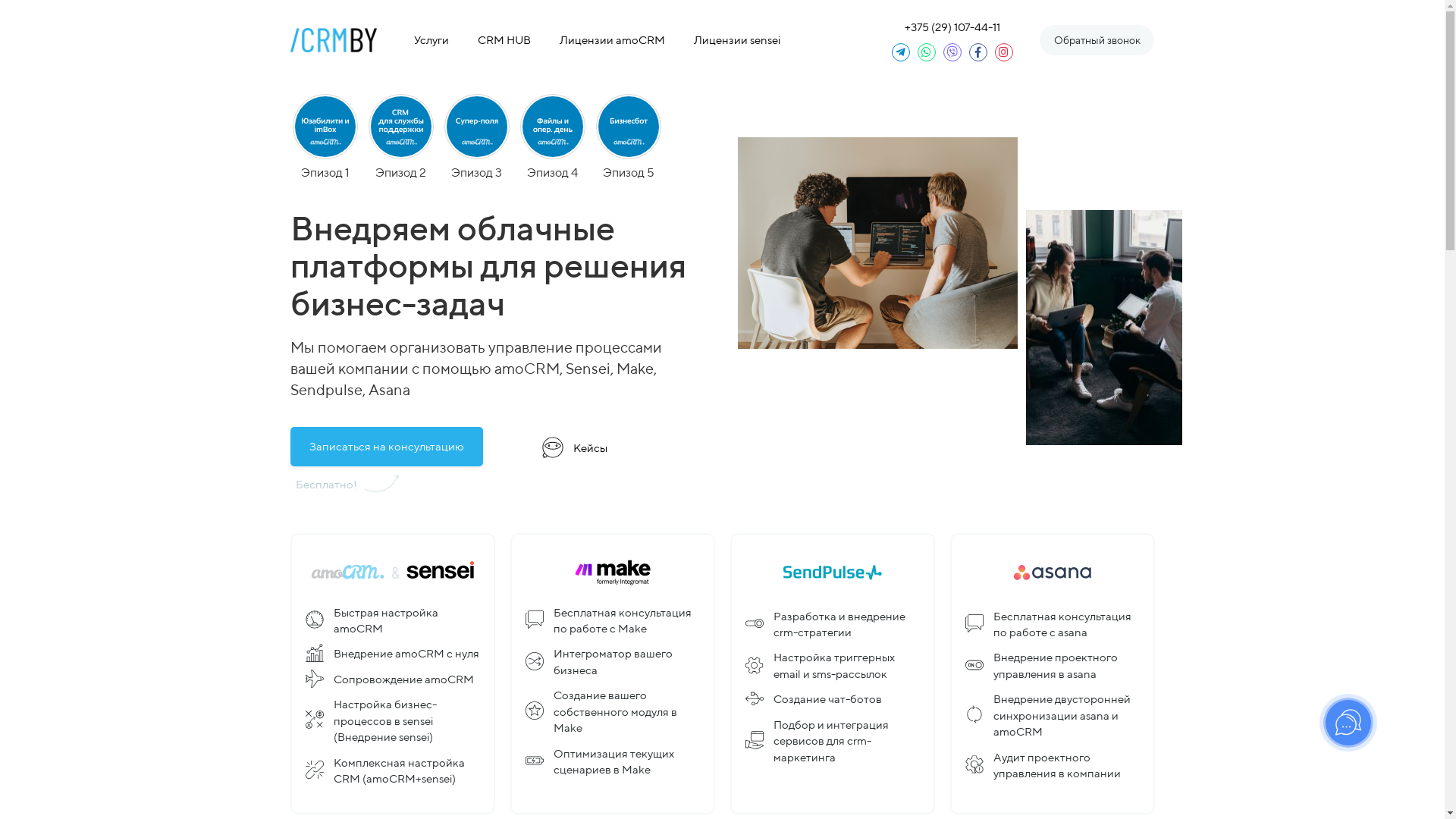  Describe the element at coordinates (468, 39) in the screenshot. I see `'CRM HUB'` at that location.